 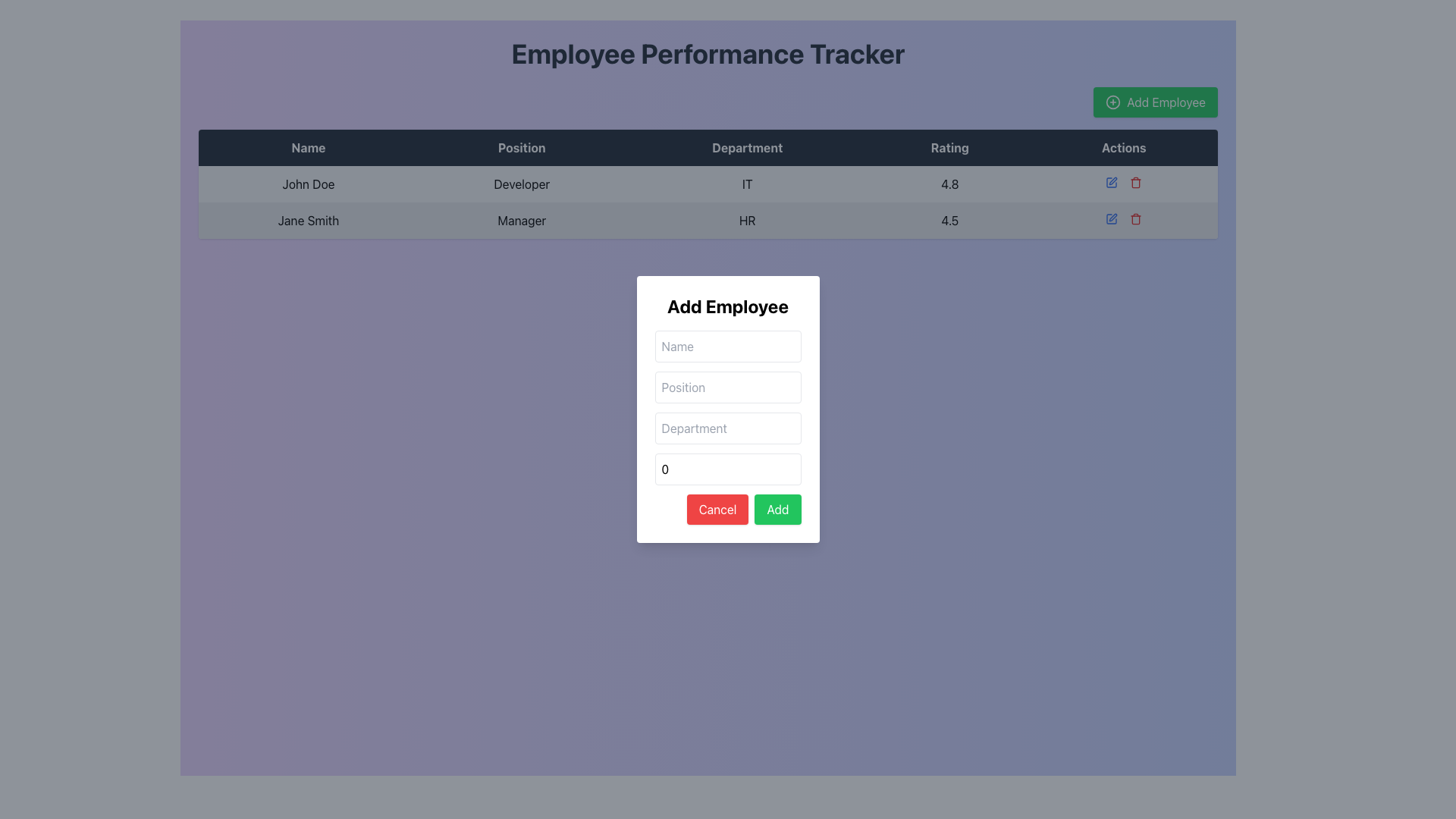 I want to click on the delete button, which is the second interactive icon in the 'Actions' column of the table for the row associated with 'Jane Smith', so click(x=1136, y=219).